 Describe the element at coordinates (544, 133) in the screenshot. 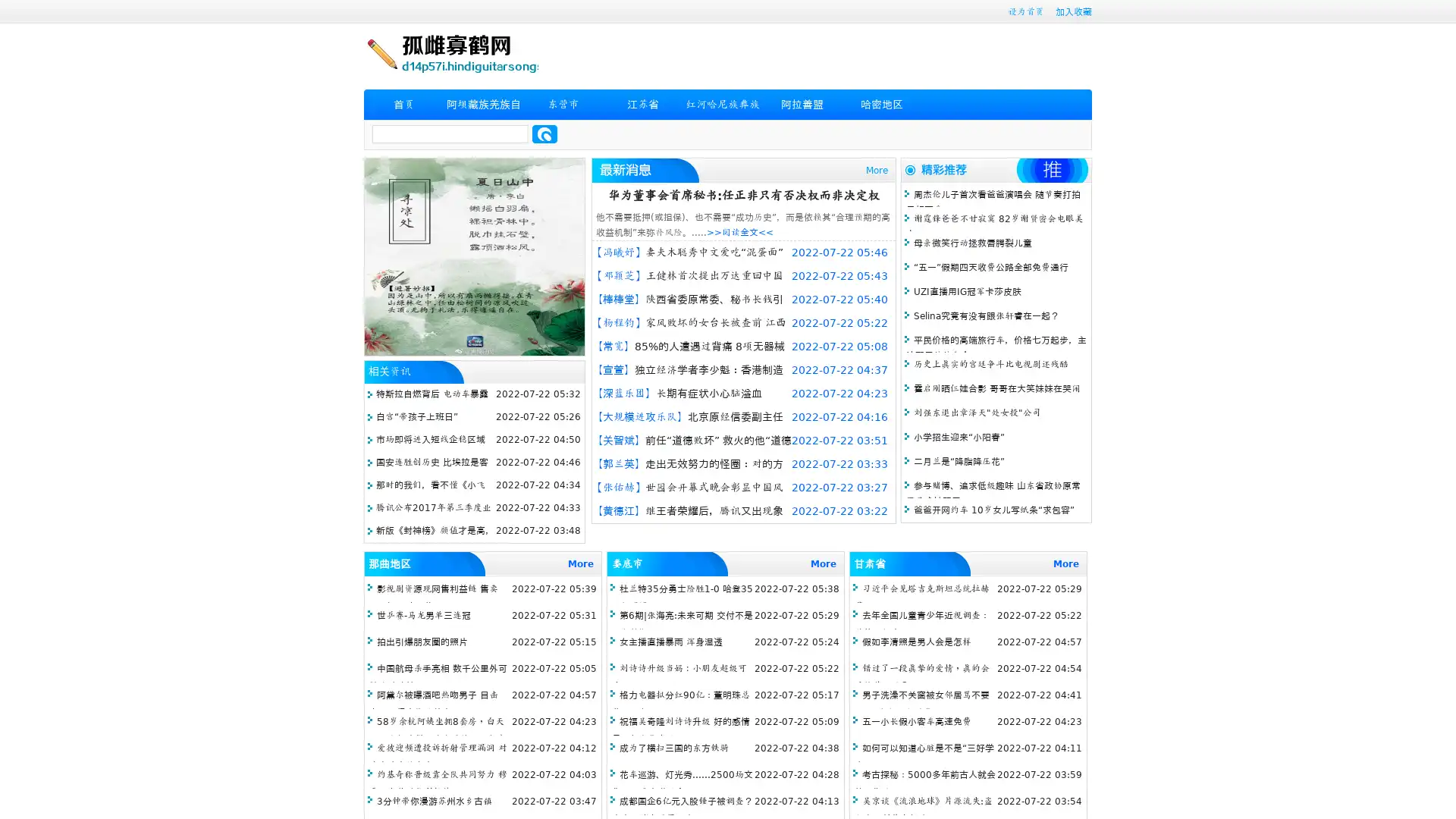

I see `Search` at that location.